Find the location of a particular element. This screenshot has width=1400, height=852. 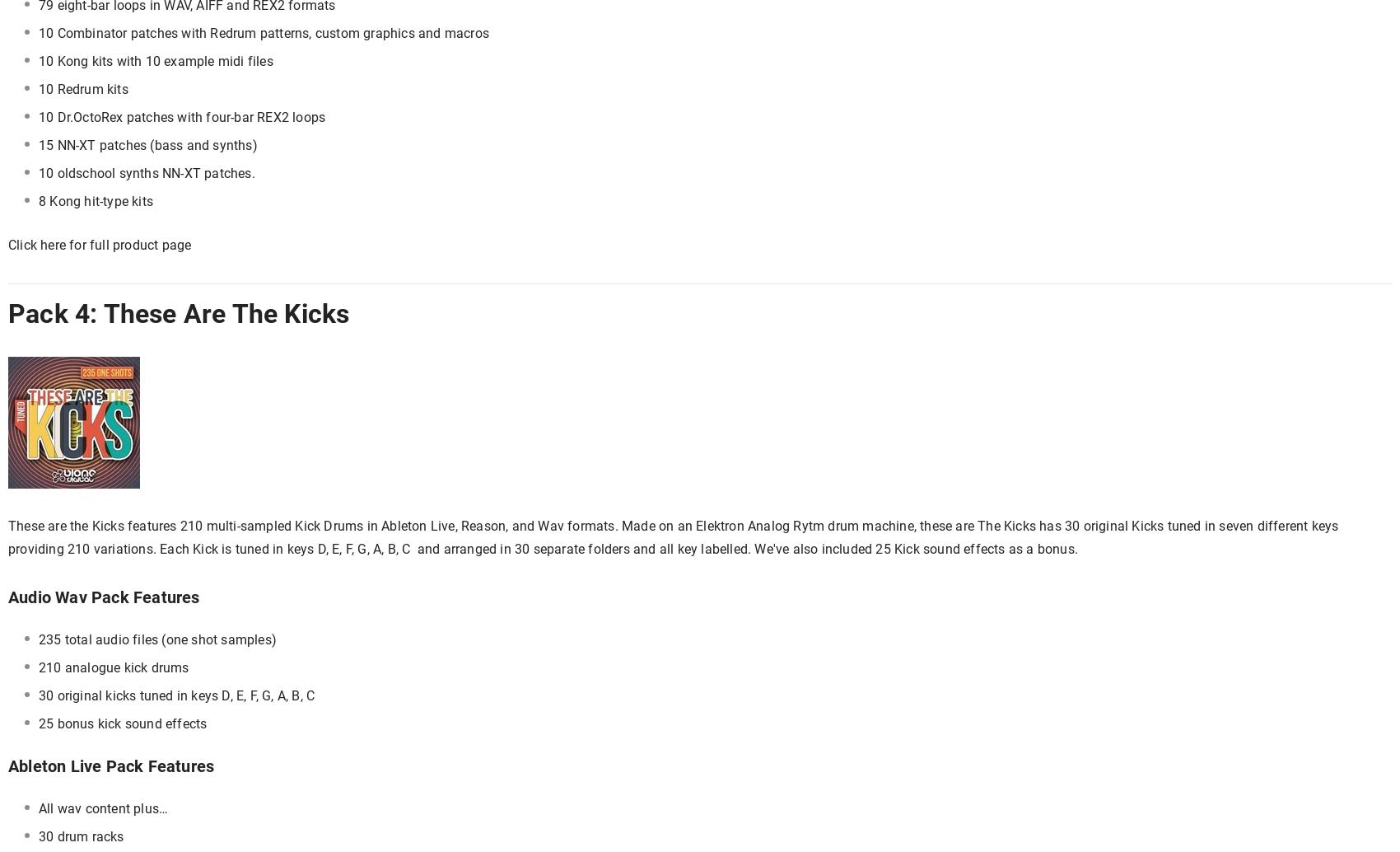

'10 Combinator patches with Redrum patterns, custom graphics and macros' is located at coordinates (38, 33).